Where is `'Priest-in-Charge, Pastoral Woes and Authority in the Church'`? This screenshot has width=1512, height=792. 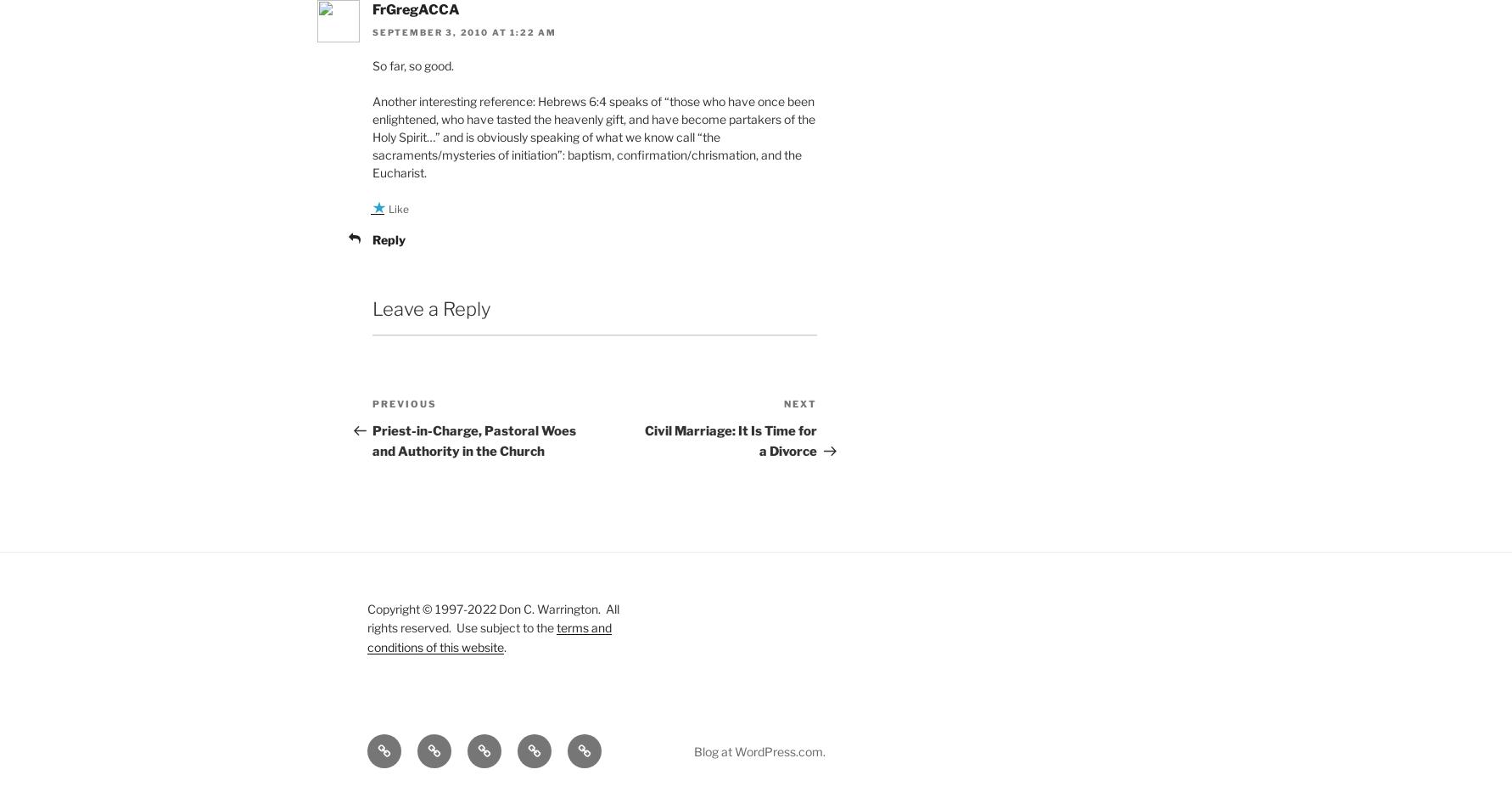 'Priest-in-Charge, Pastoral Woes and Authority in the Church' is located at coordinates (474, 440).